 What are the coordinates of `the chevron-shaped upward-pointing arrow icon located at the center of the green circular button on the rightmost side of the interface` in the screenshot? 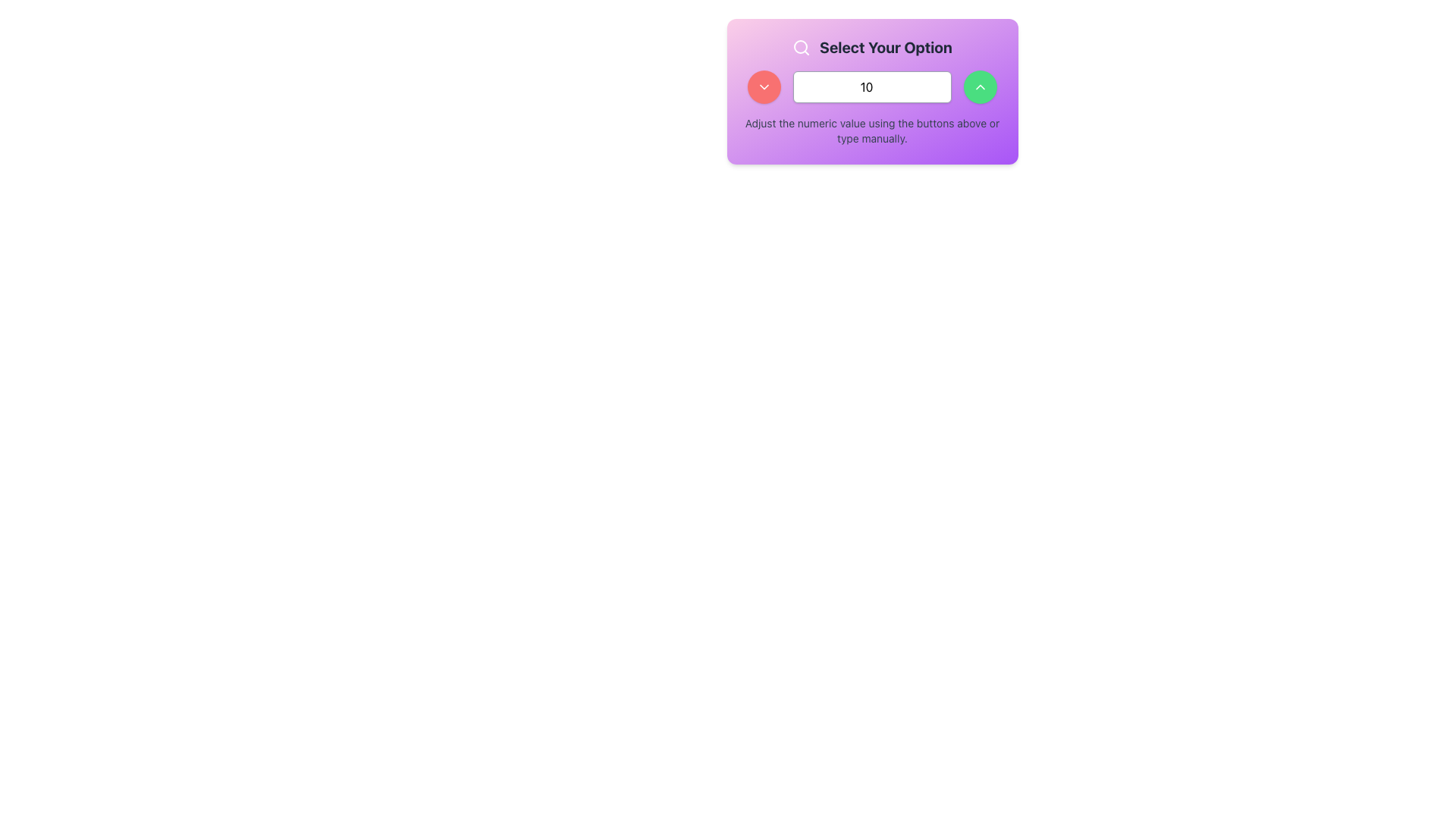 It's located at (980, 87).